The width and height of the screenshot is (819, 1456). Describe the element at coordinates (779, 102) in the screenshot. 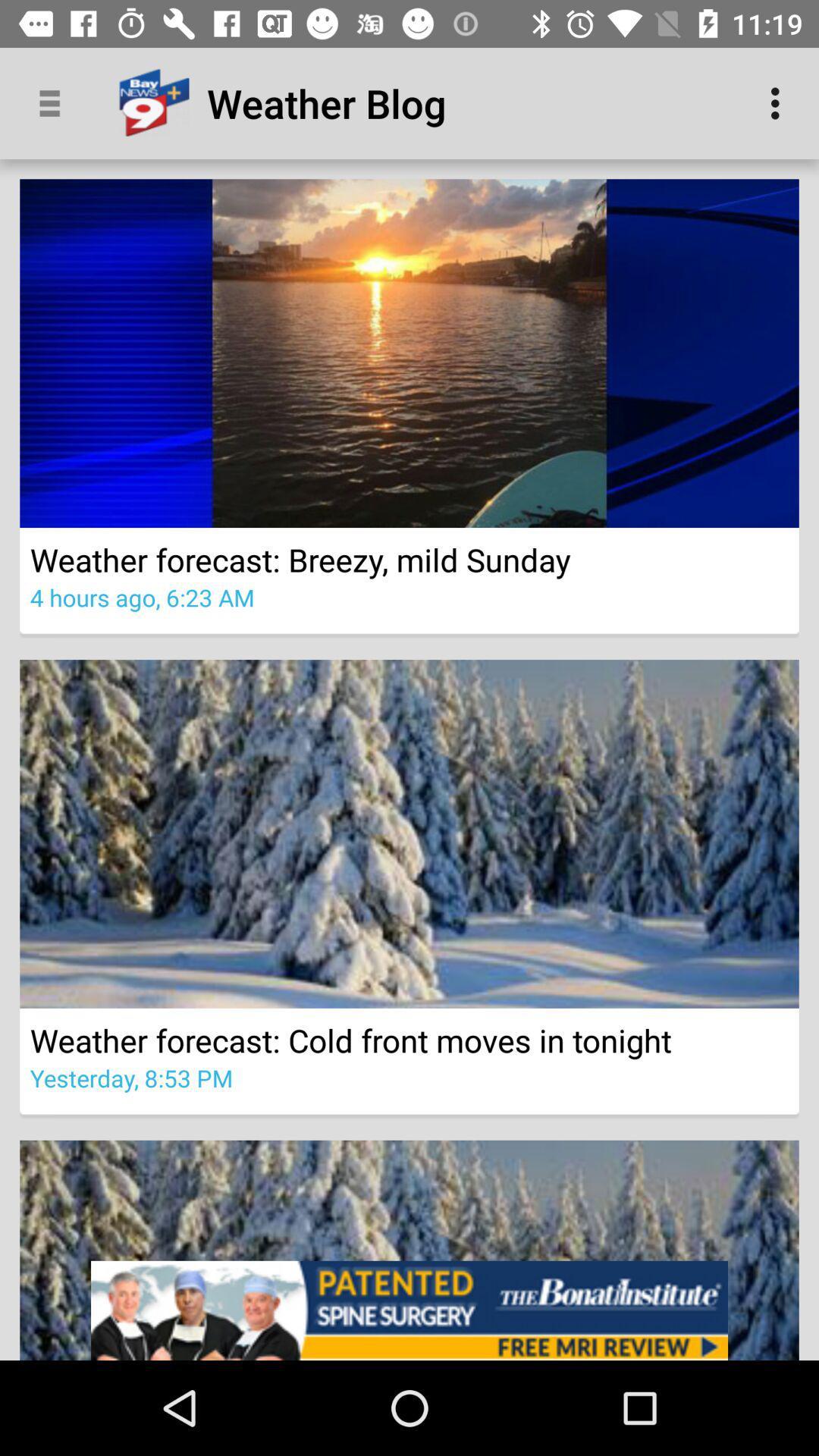

I see `the icon to the right of weather blog` at that location.